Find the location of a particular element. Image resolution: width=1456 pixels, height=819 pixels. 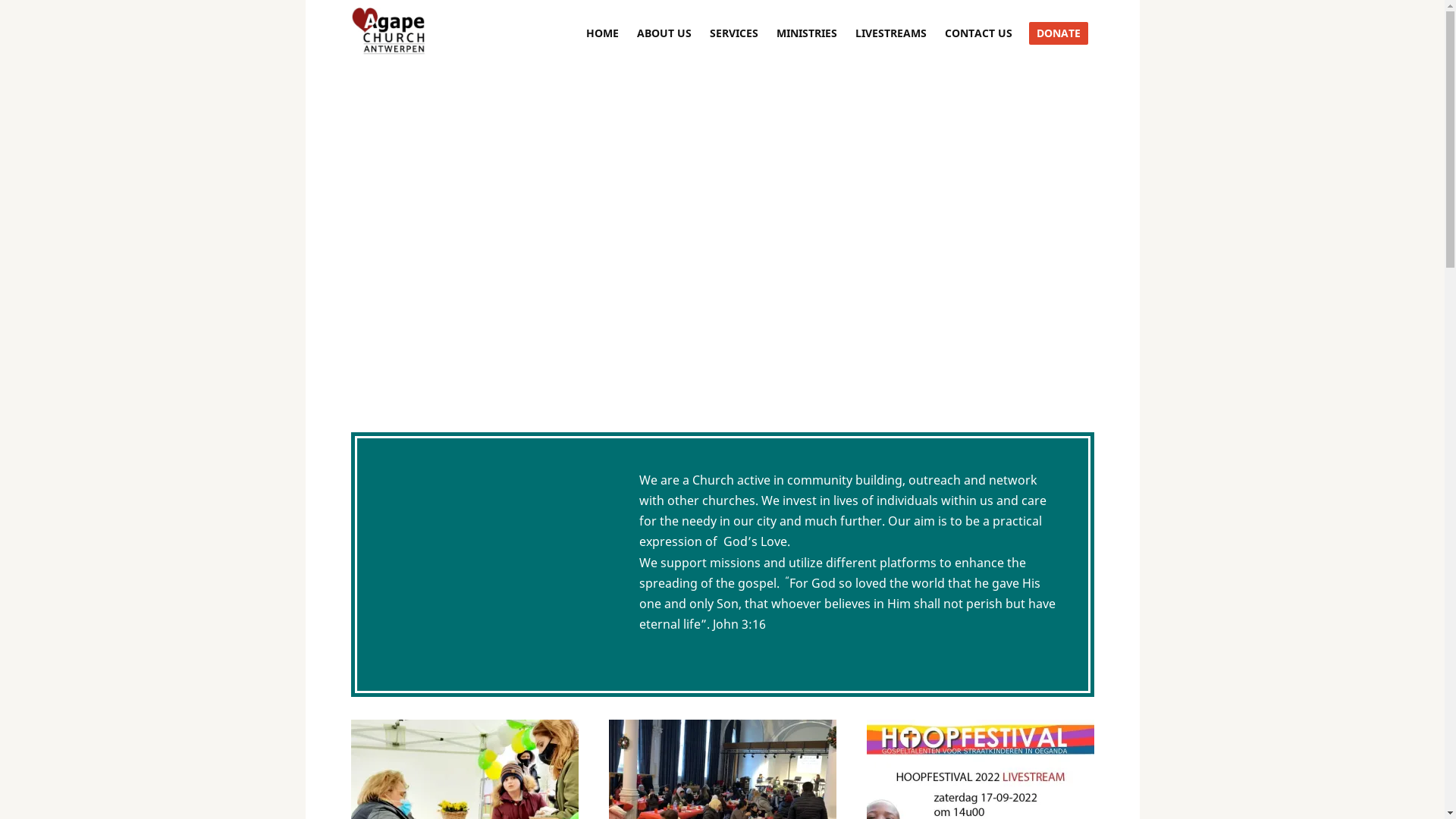

'CONTACT US' is located at coordinates (942, 33).